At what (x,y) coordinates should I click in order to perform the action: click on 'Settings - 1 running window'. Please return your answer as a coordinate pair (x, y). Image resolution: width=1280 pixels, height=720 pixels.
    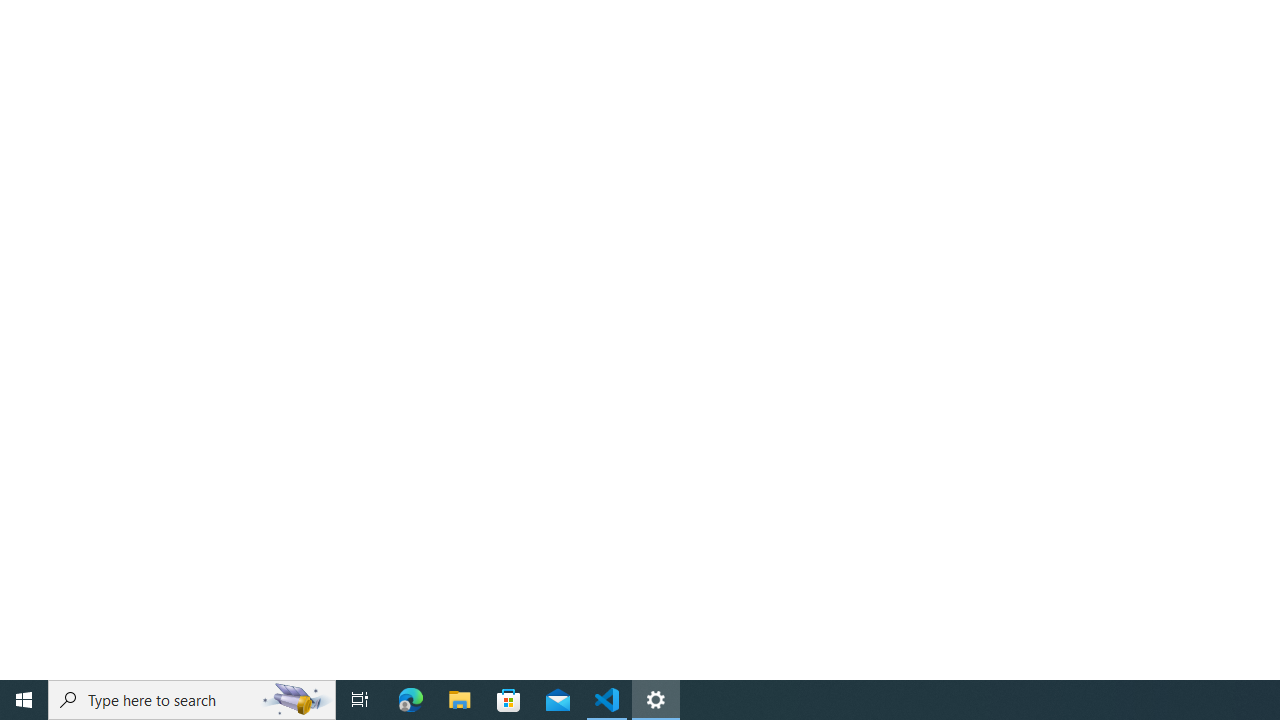
    Looking at the image, I should click on (656, 698).